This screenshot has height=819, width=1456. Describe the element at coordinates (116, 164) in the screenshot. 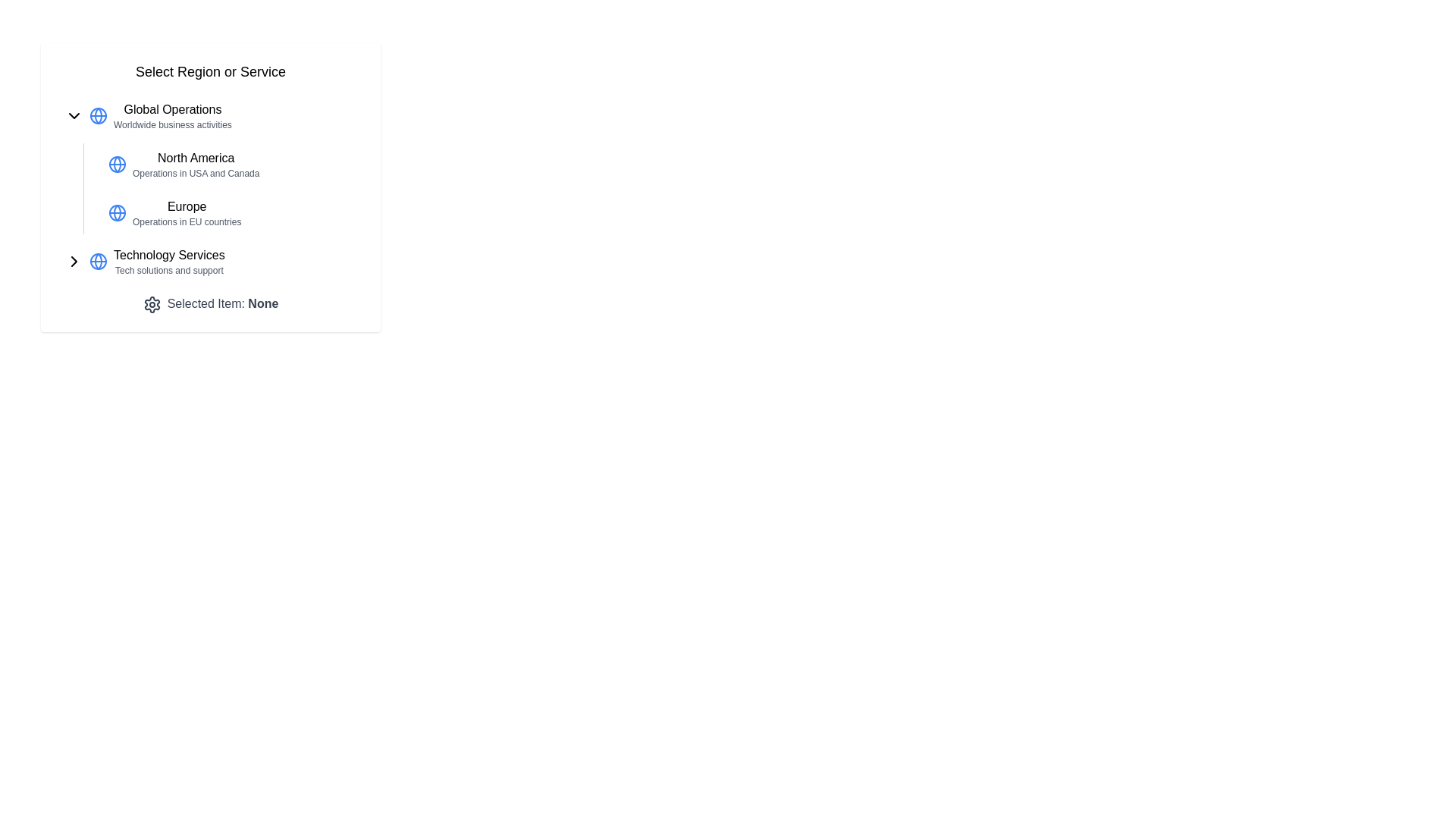

I see `the 'North America' icon, which is the second globe icon in the vertical alignment under 'Select Region or Service.'` at that location.